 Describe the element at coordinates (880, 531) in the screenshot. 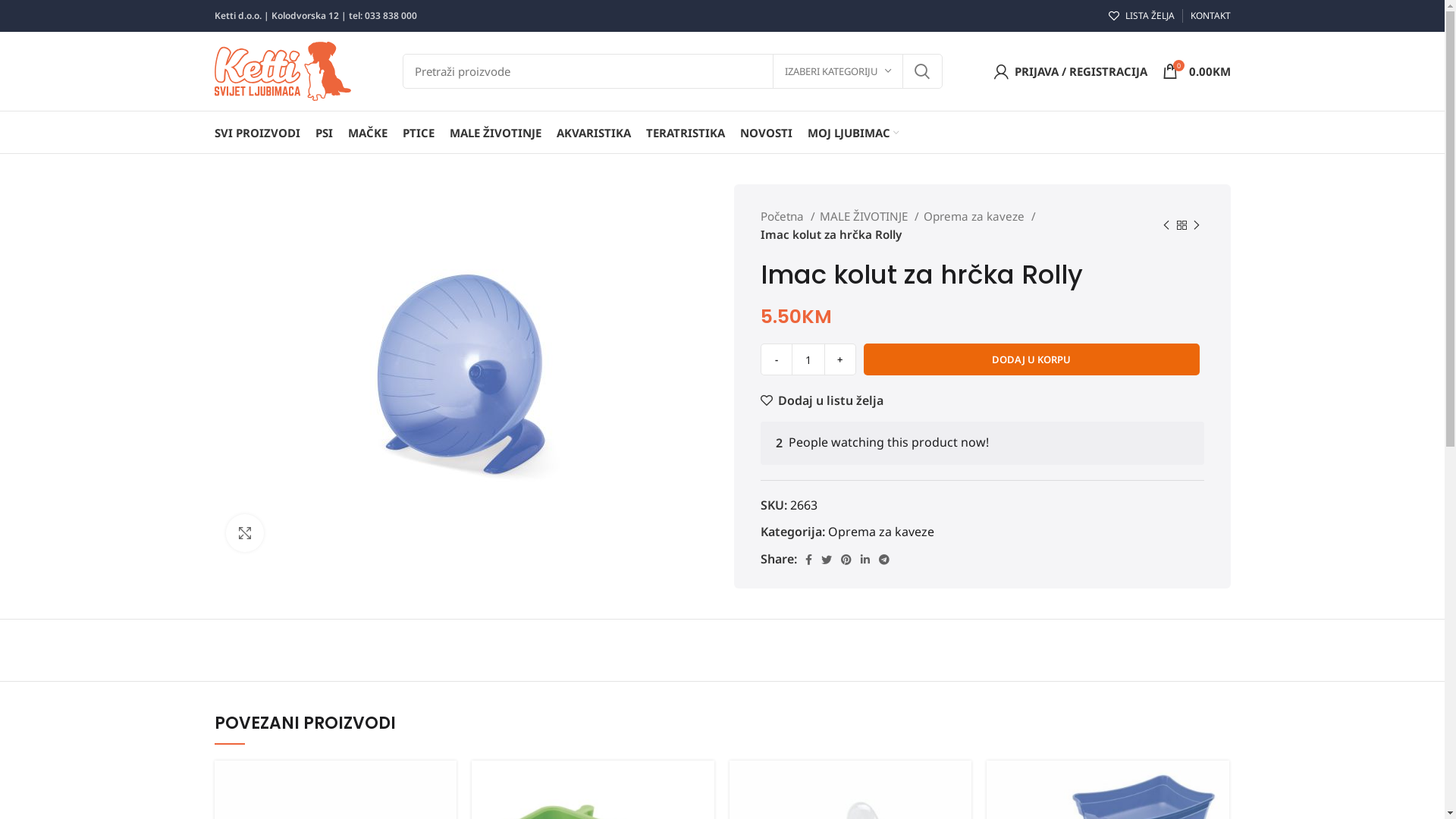

I see `'Oprema za kaveze'` at that location.